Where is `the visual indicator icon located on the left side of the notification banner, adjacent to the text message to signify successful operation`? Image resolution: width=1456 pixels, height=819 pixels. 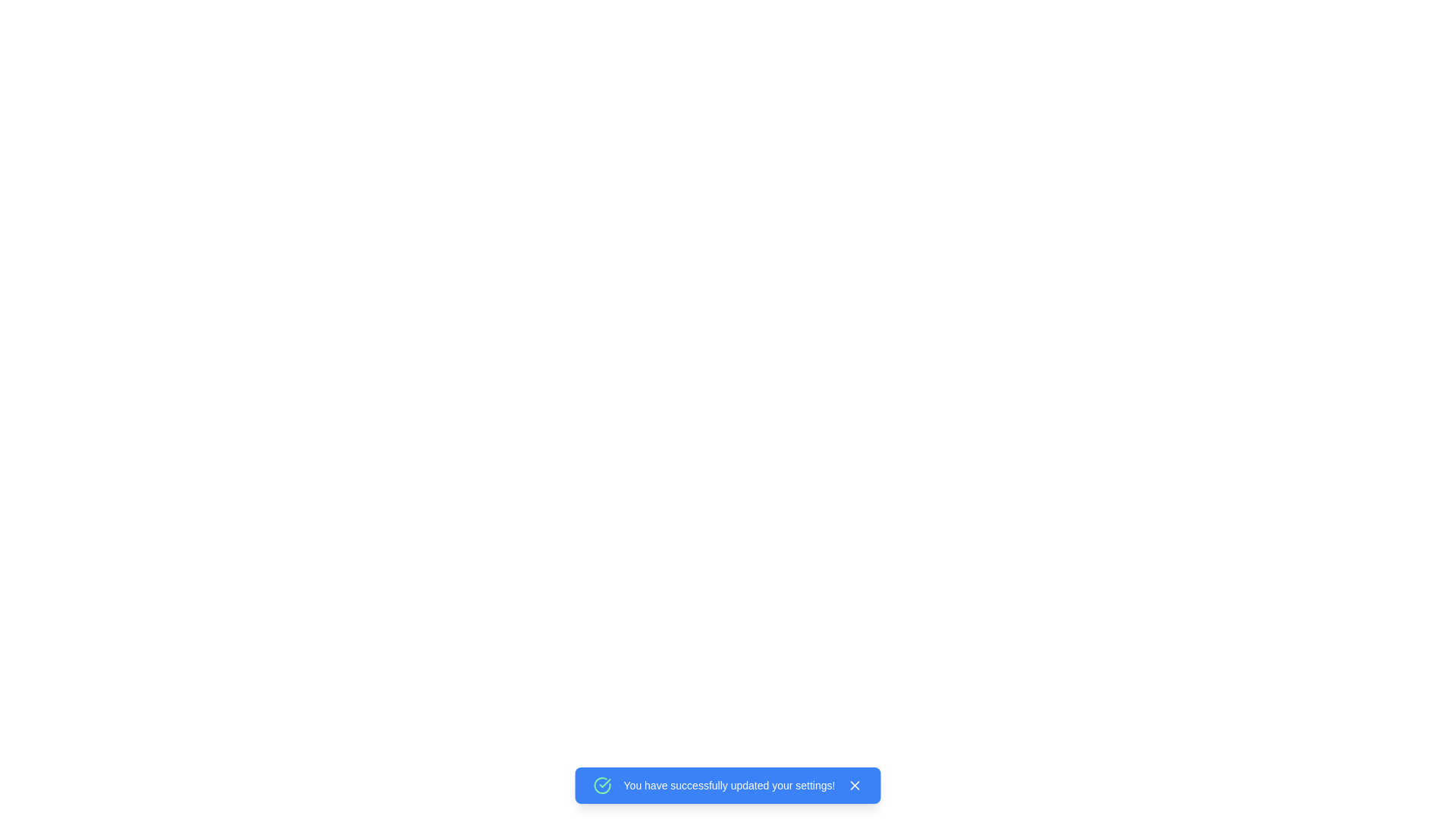 the visual indicator icon located on the left side of the notification banner, adjacent to the text message to signify successful operation is located at coordinates (601, 785).